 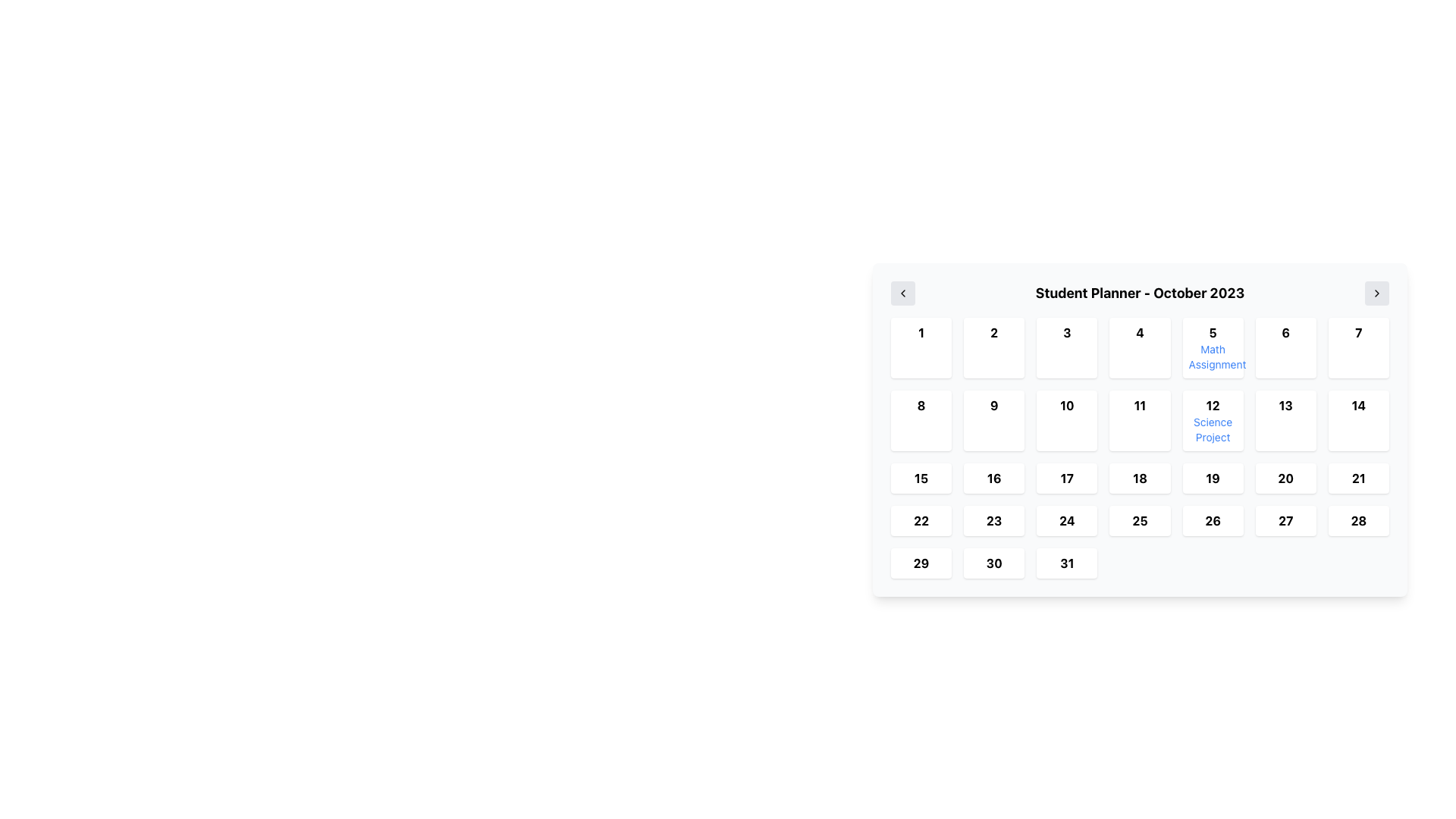 What do you see at coordinates (1212, 519) in the screenshot?
I see `the bold number '26' in the calendar grid` at bounding box center [1212, 519].